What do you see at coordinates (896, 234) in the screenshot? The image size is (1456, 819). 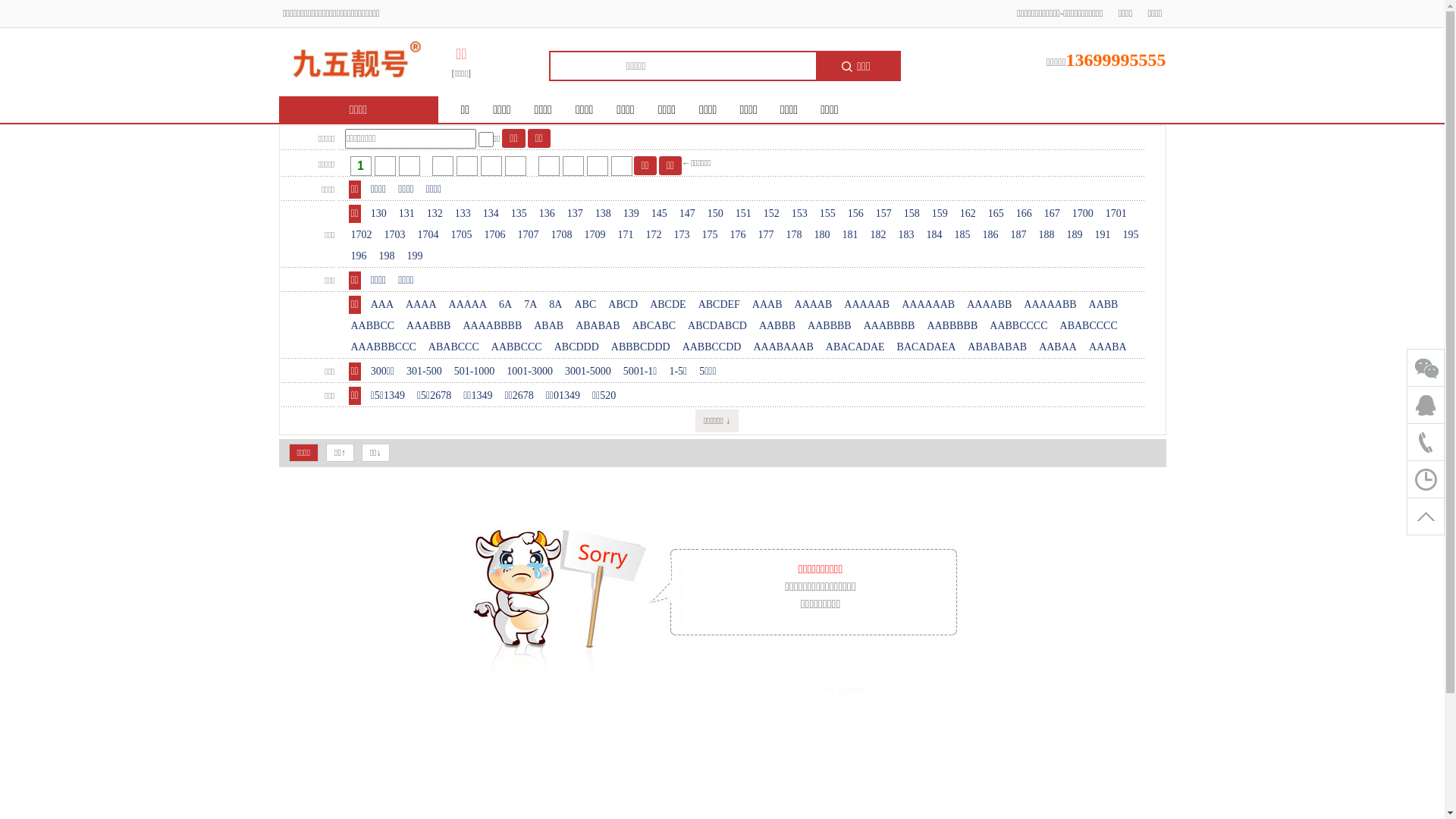 I see `'183'` at bounding box center [896, 234].